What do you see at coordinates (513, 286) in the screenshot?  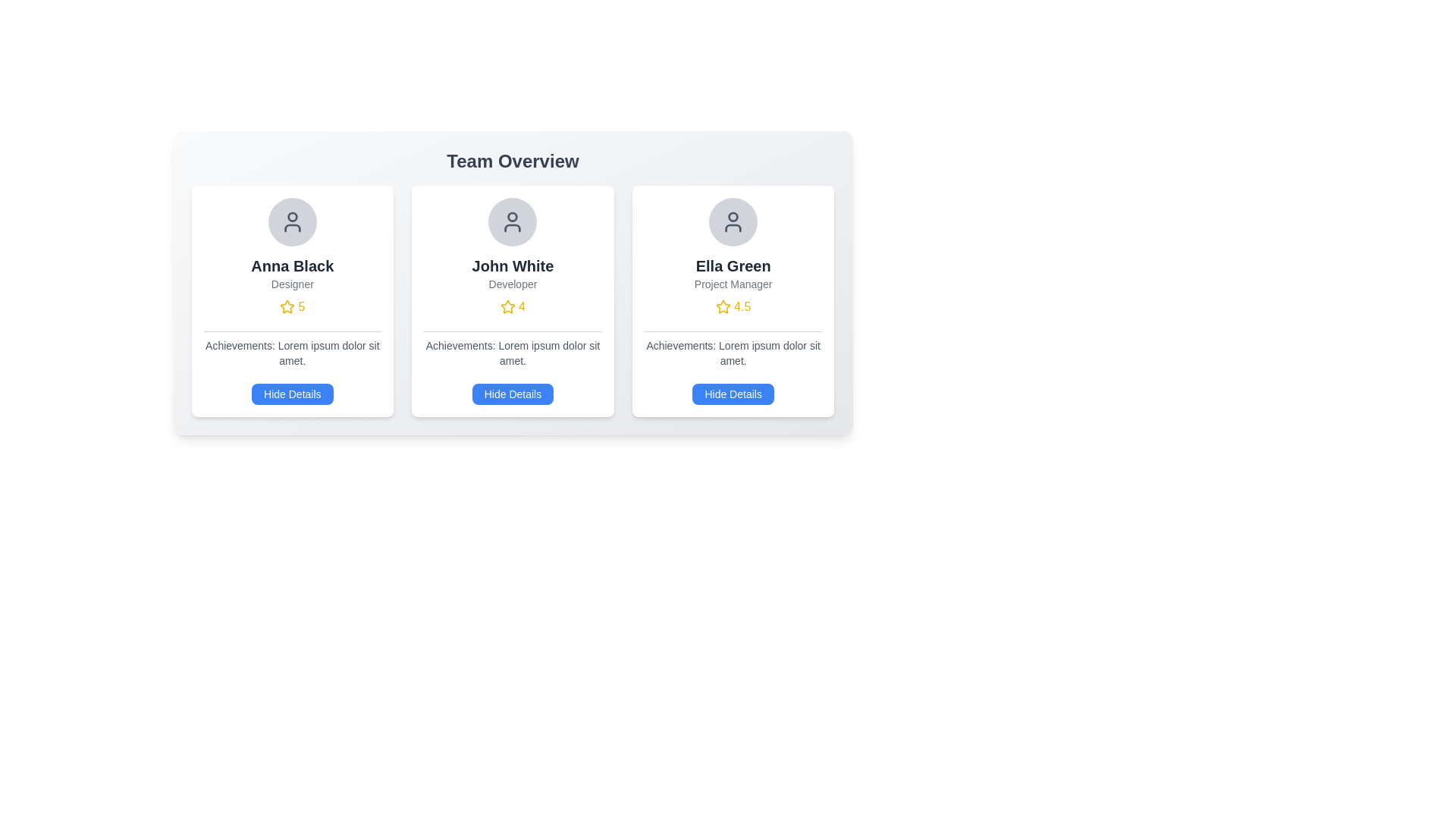 I see `the interactive elements related to the text block containing the name 'John White', title 'Developer', and a rating of '4' in the 'Team Overview' section` at bounding box center [513, 286].